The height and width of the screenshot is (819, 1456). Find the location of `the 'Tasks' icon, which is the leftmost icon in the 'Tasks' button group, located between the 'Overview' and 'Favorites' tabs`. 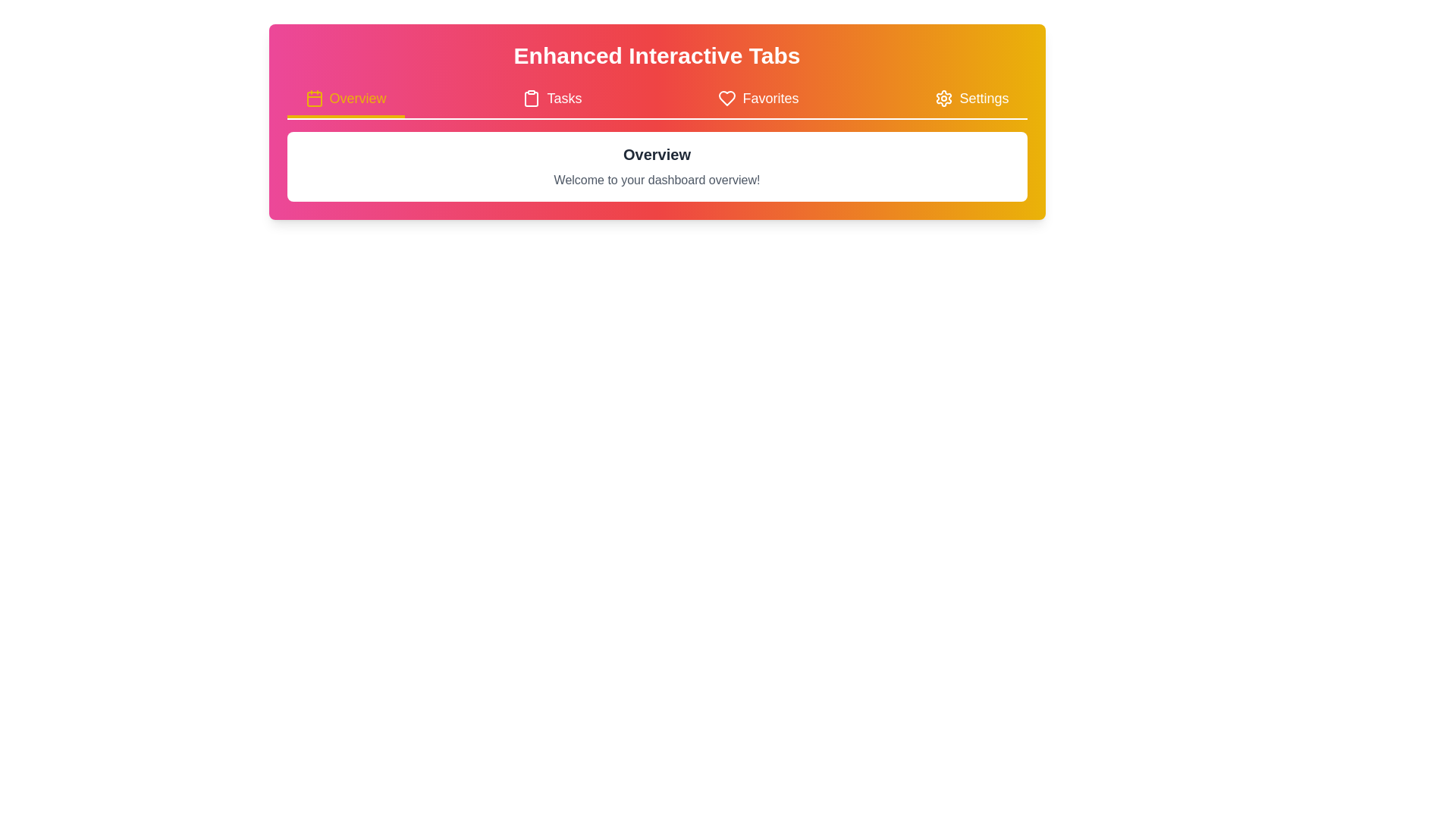

the 'Tasks' icon, which is the leftmost icon in the 'Tasks' button group, located between the 'Overview' and 'Favorites' tabs is located at coordinates (532, 99).